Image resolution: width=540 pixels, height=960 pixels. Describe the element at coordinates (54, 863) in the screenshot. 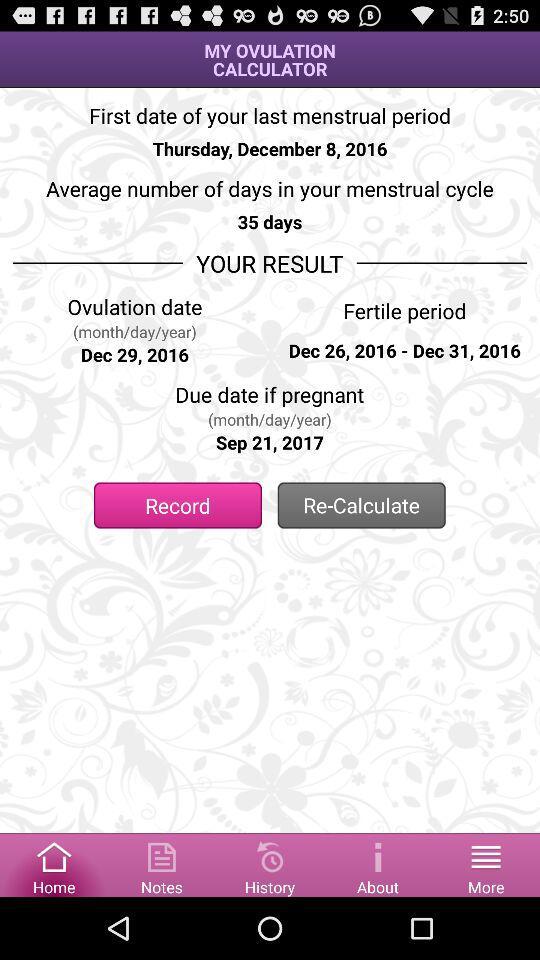

I see `home box` at that location.